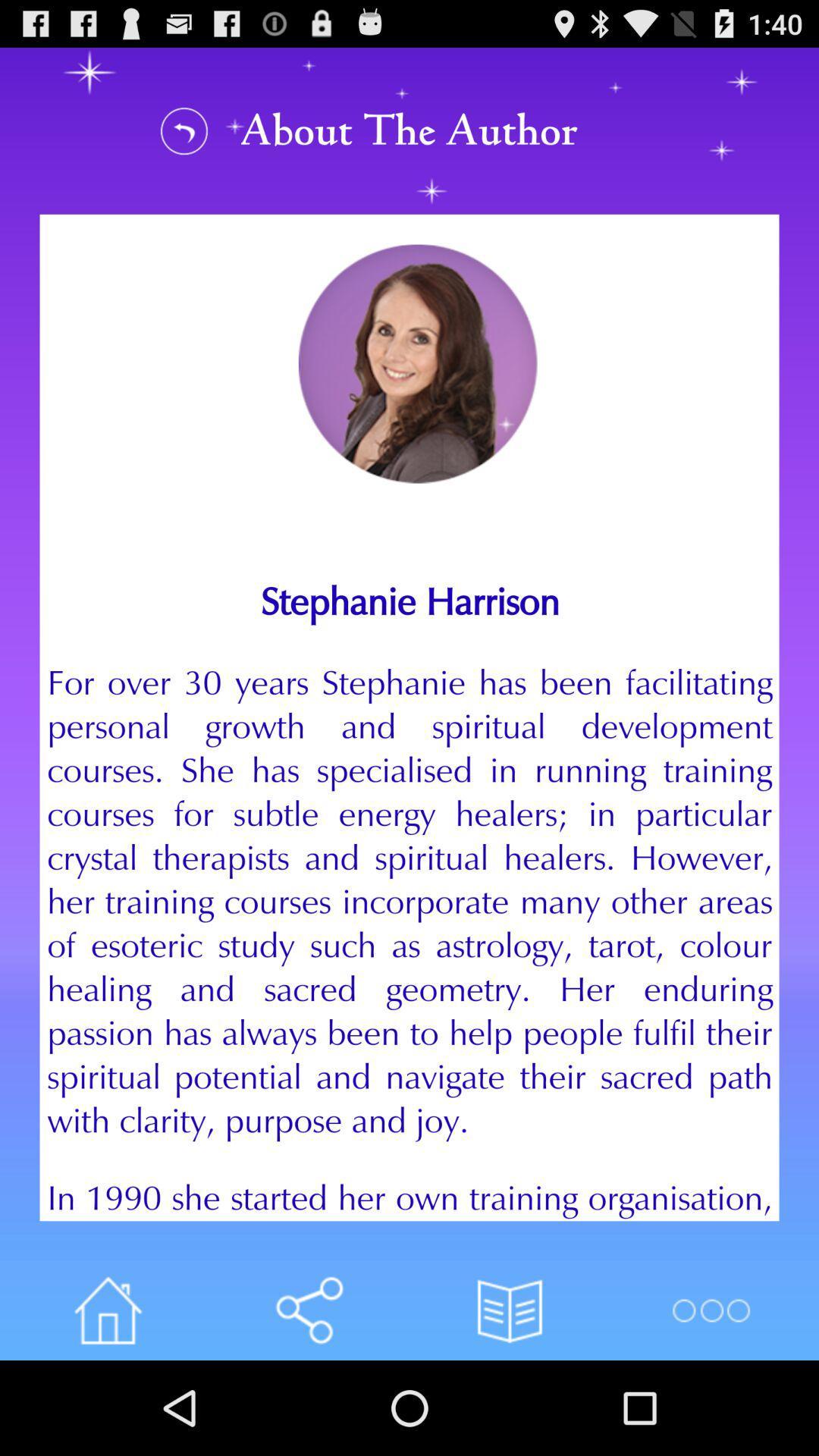 The width and height of the screenshot is (819, 1456). What do you see at coordinates (308, 1310) in the screenshot?
I see `share option` at bounding box center [308, 1310].